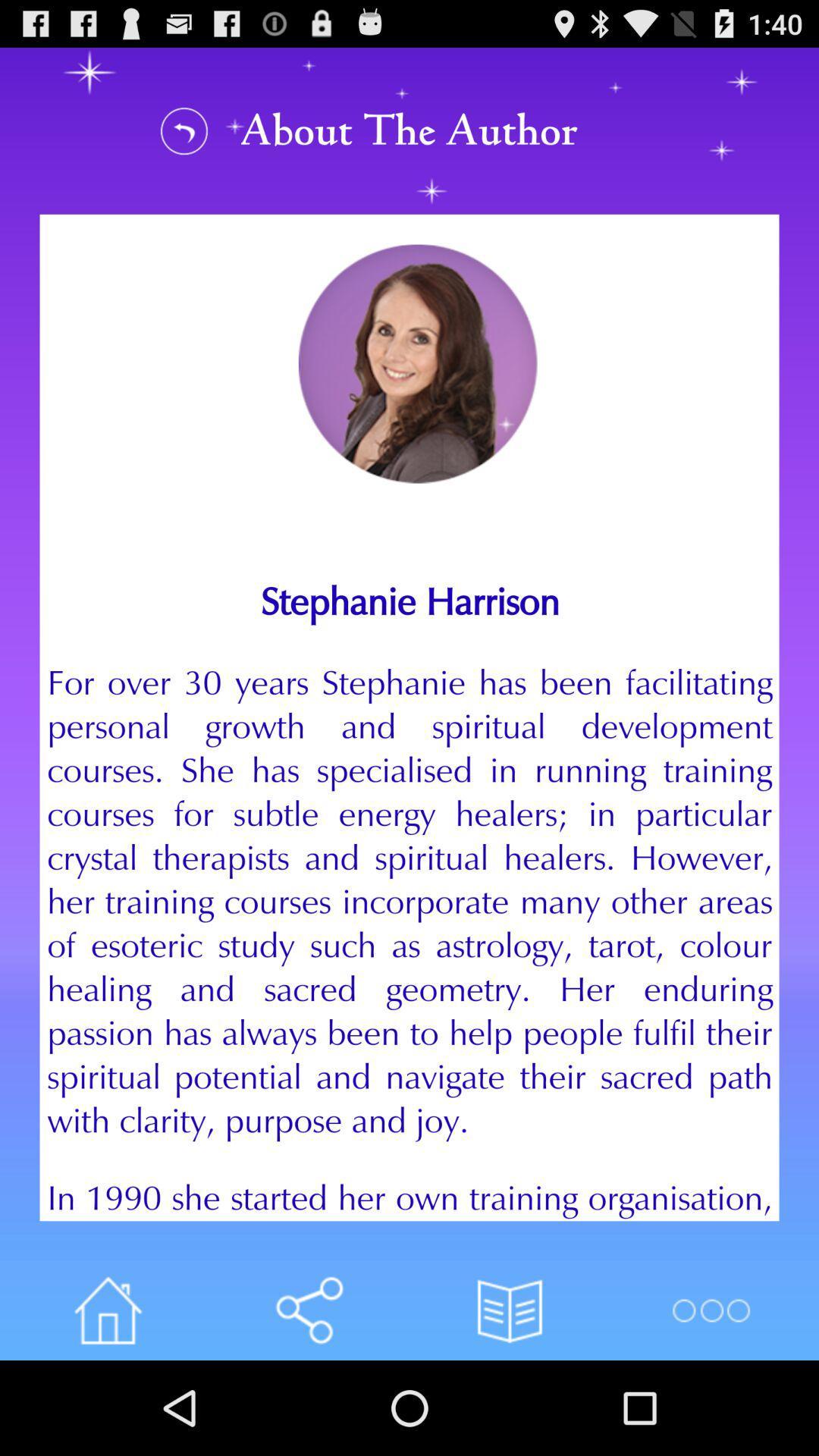 The width and height of the screenshot is (819, 1456). What do you see at coordinates (308, 1310) in the screenshot?
I see `share option` at bounding box center [308, 1310].